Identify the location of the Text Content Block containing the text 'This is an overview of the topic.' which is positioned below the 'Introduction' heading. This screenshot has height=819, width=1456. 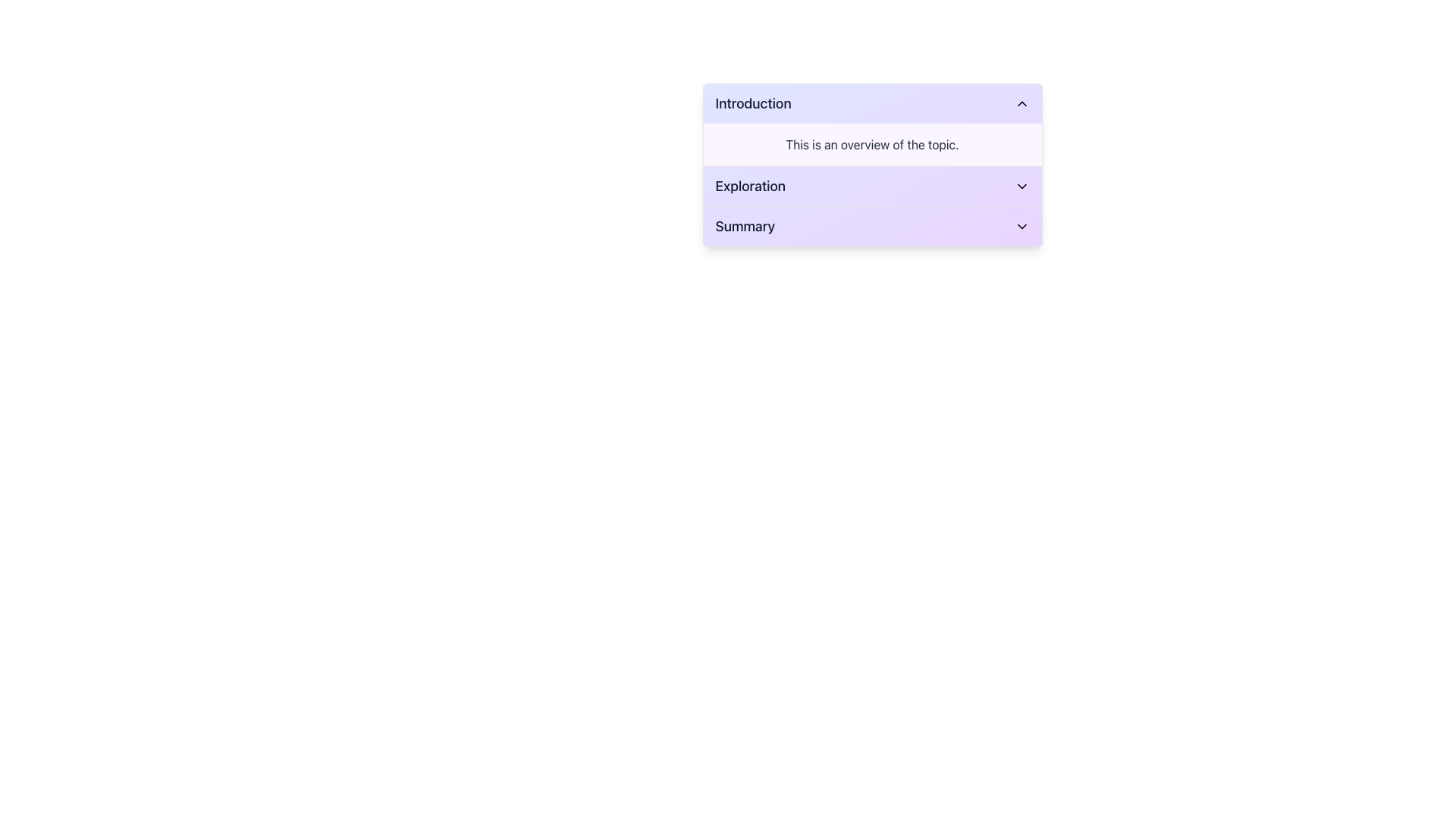
(872, 145).